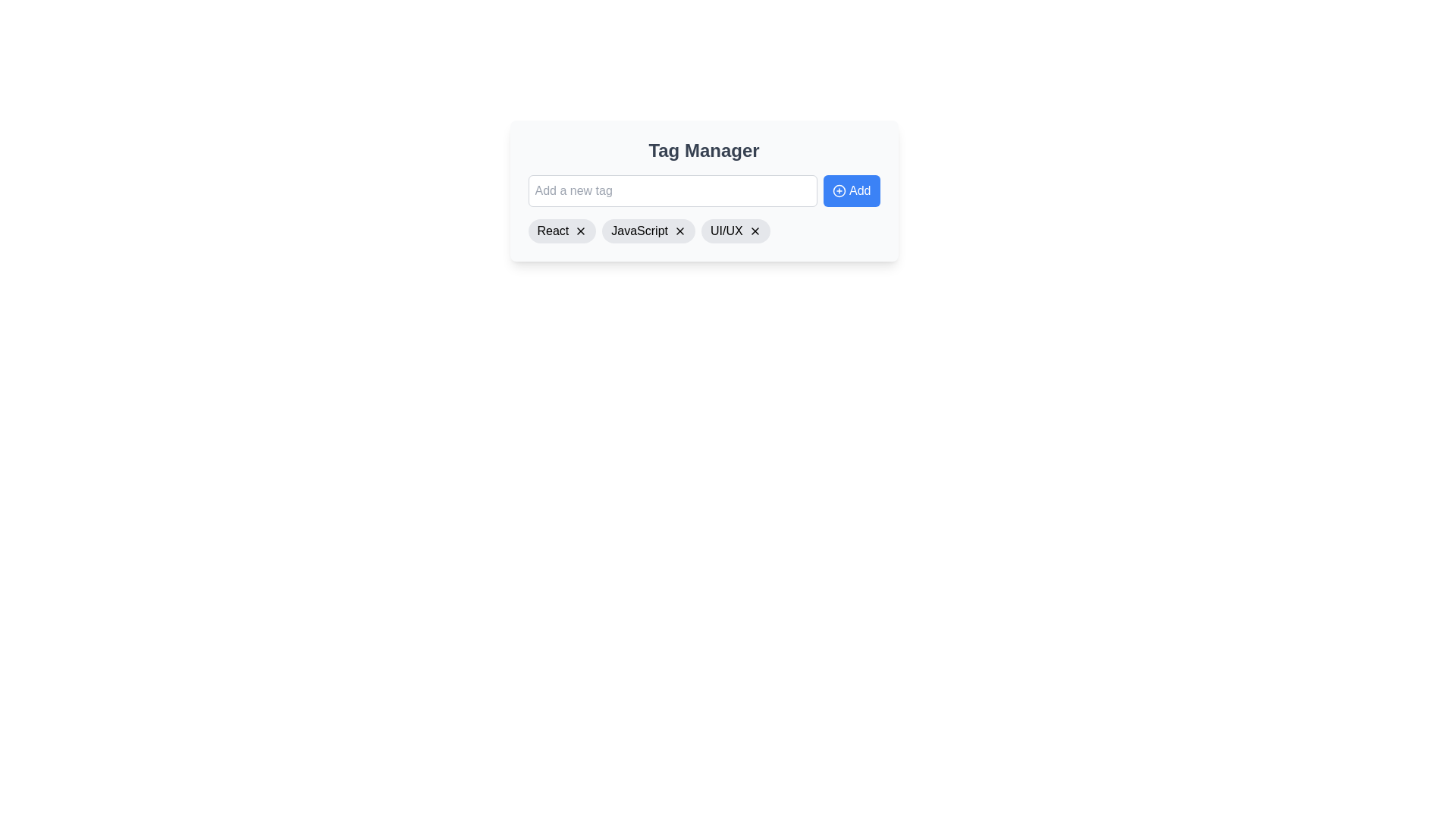 The image size is (1456, 819). What do you see at coordinates (561, 231) in the screenshot?
I see `the first selectable tag in the Tag Manager module` at bounding box center [561, 231].